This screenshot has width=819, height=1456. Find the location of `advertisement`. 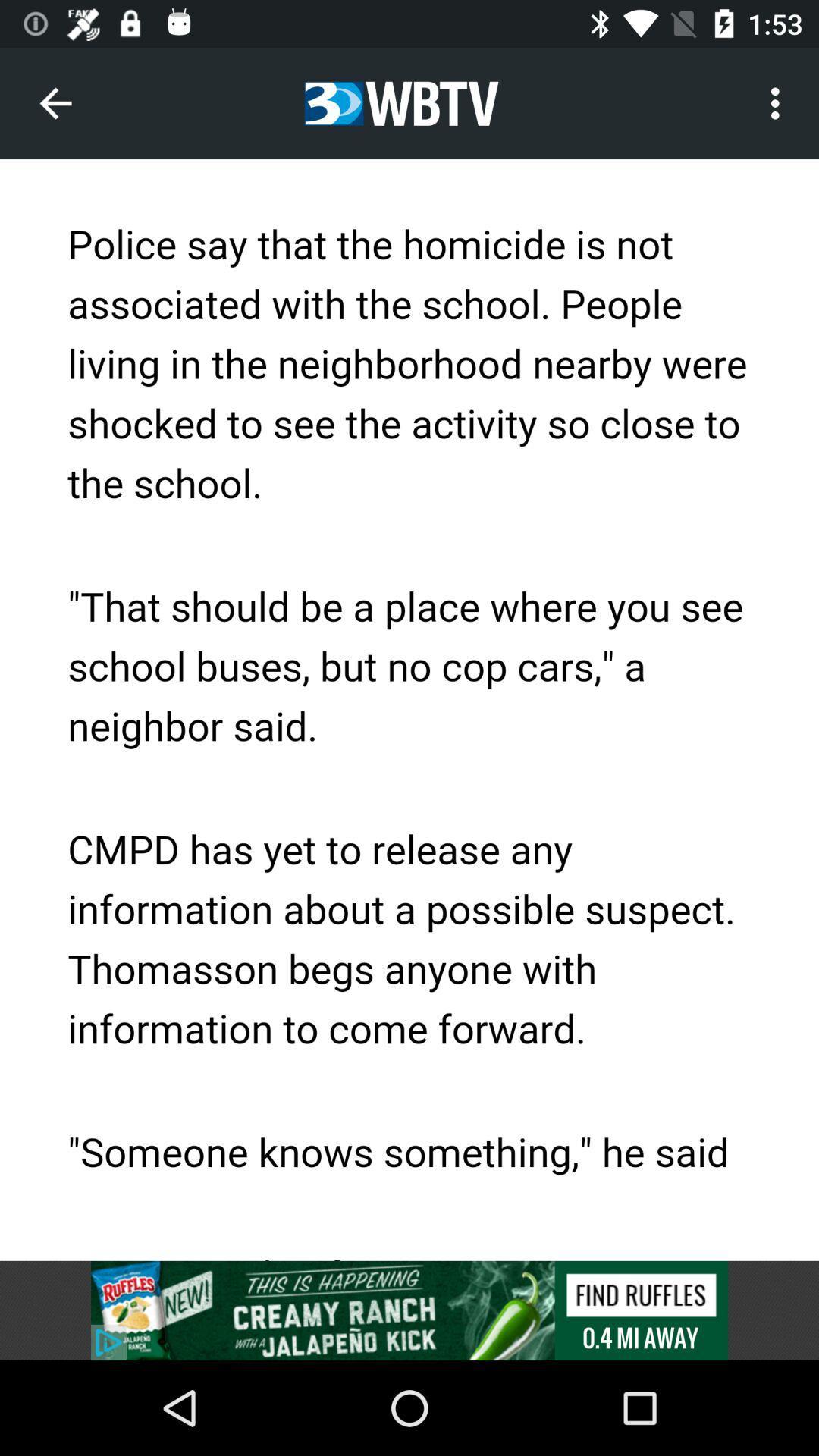

advertisement is located at coordinates (409, 1310).